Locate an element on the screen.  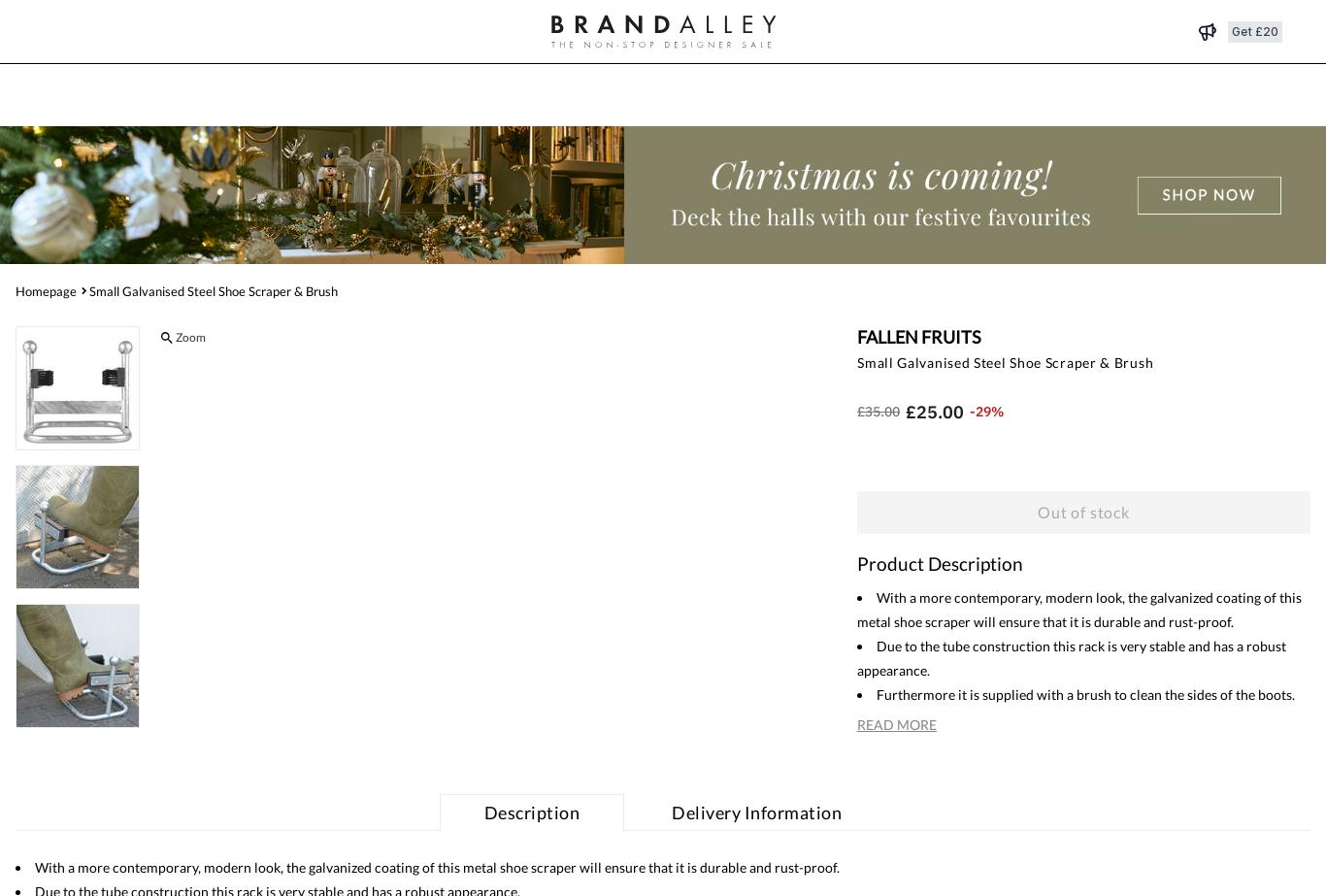
'Christmas' is located at coordinates (502, 95).